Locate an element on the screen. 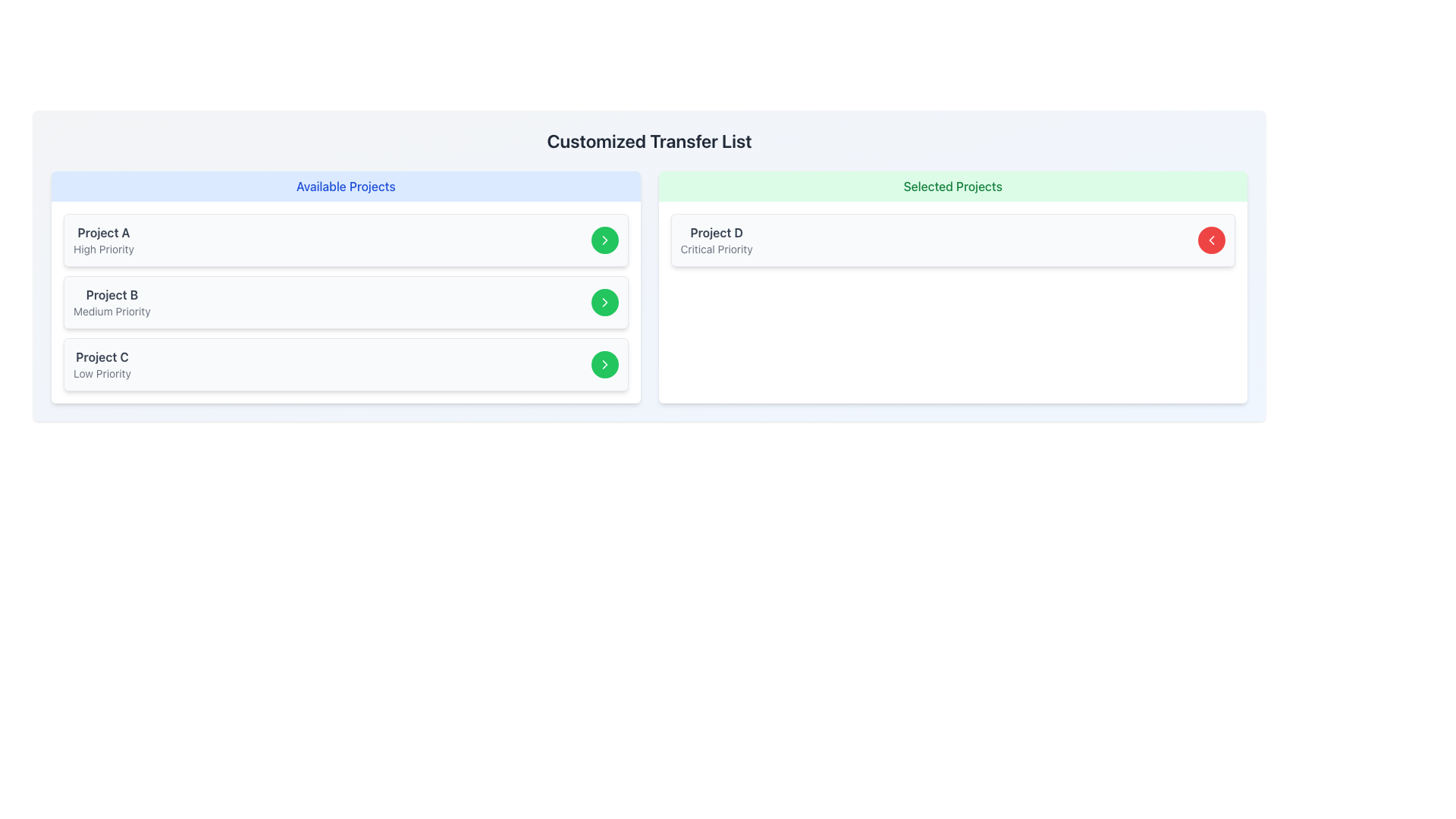 This screenshot has width=1456, height=819. text label indicating 'Critical Priority' for 'Project D' located in the card under 'Selected Projects' is located at coordinates (716, 248).